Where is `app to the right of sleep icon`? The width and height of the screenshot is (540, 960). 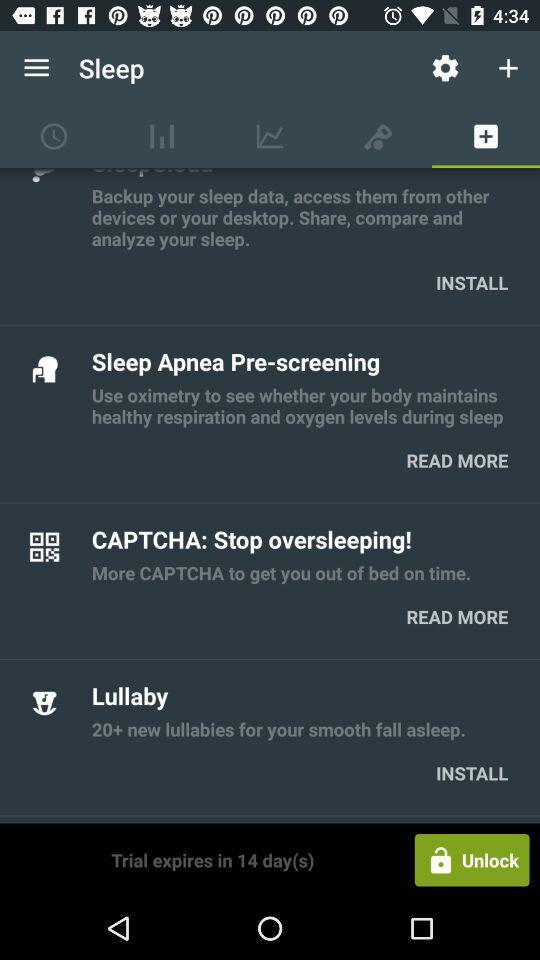 app to the right of sleep icon is located at coordinates (445, 68).